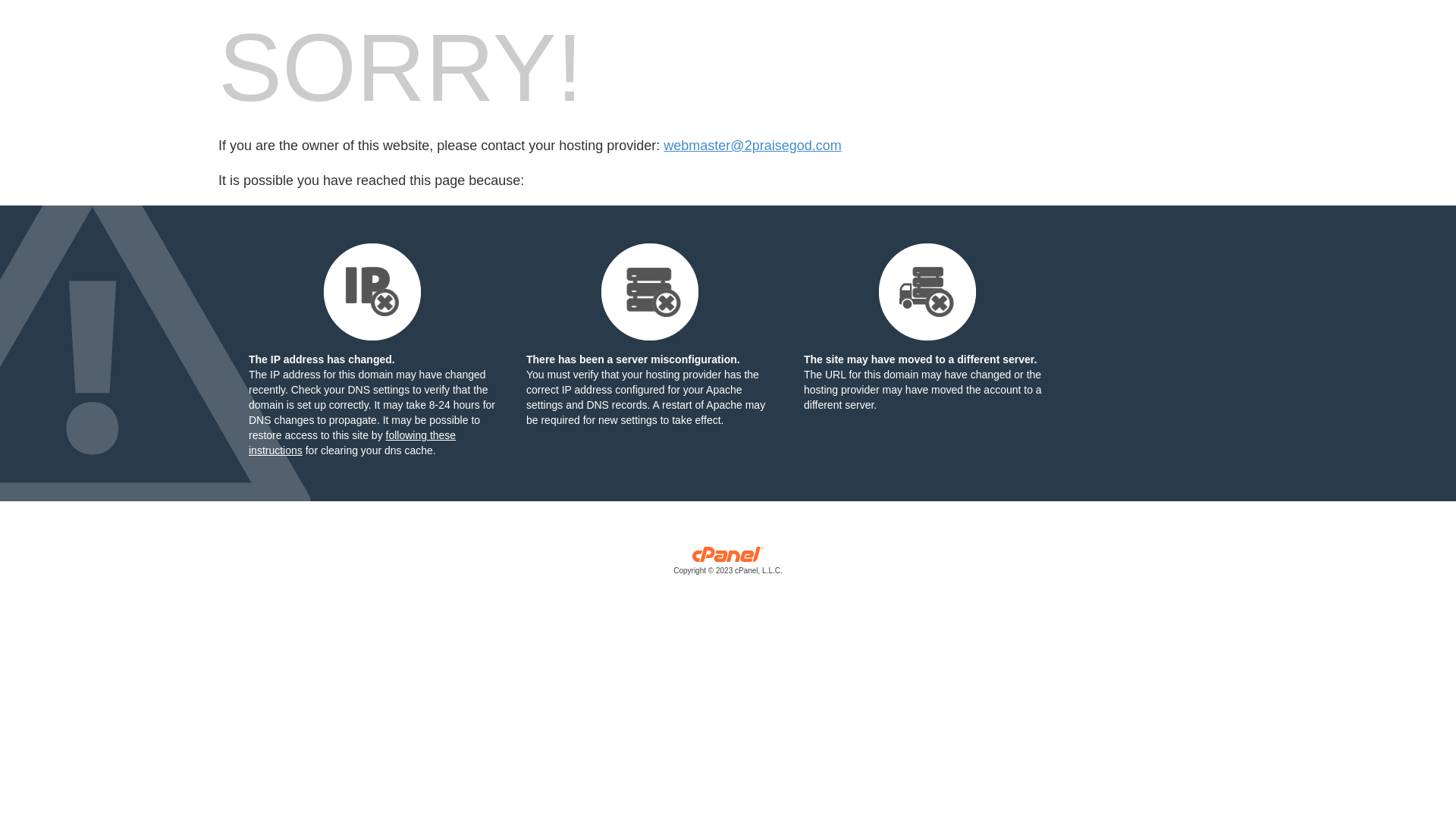 The height and width of the screenshot is (819, 1456). I want to click on 'following these instructions', so click(351, 442).